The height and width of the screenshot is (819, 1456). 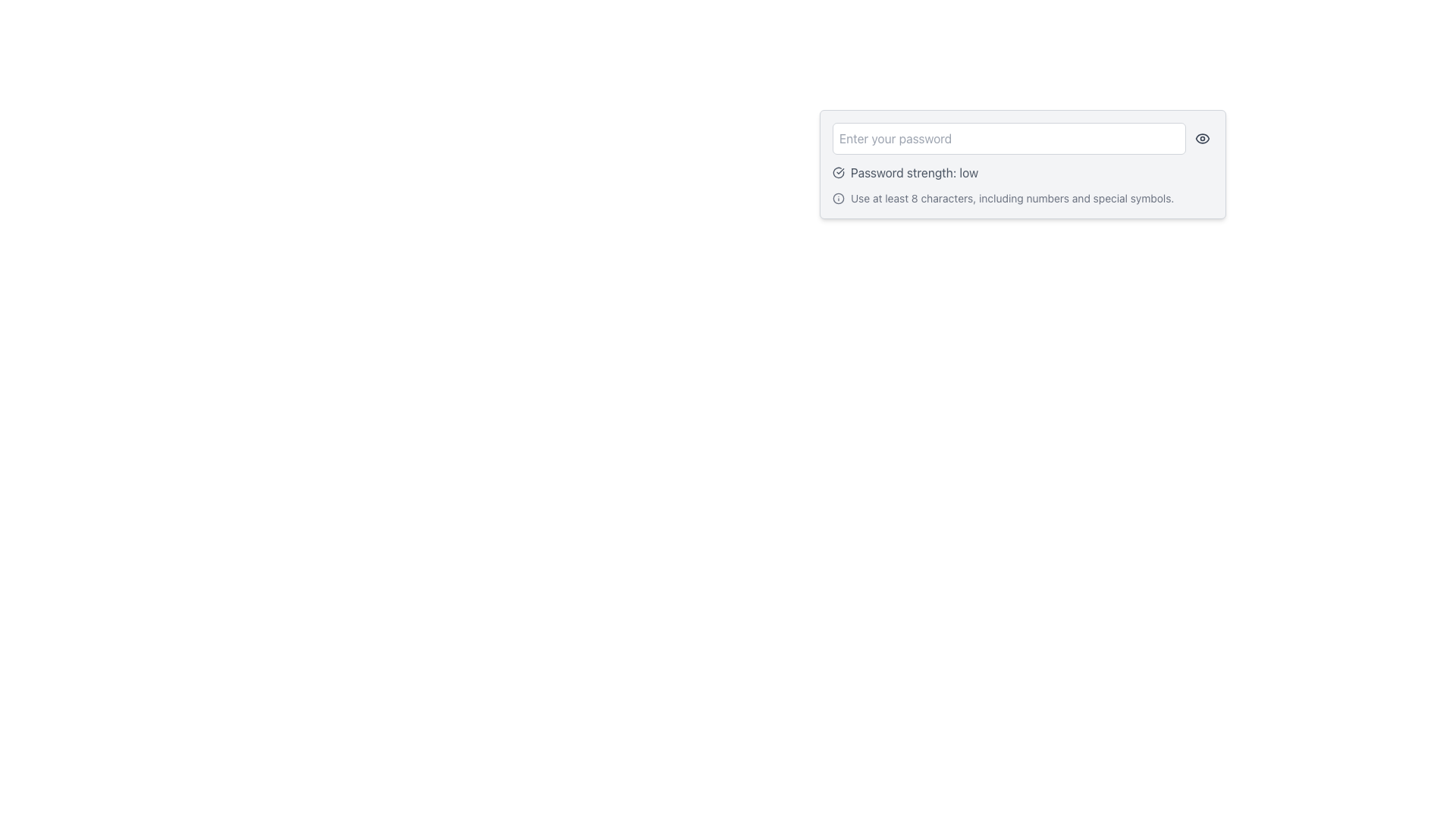 I want to click on the circular shape within the SVG graphic that is part of the password strength indicator, located to the left of the text 'Password strength: low', so click(x=837, y=197).